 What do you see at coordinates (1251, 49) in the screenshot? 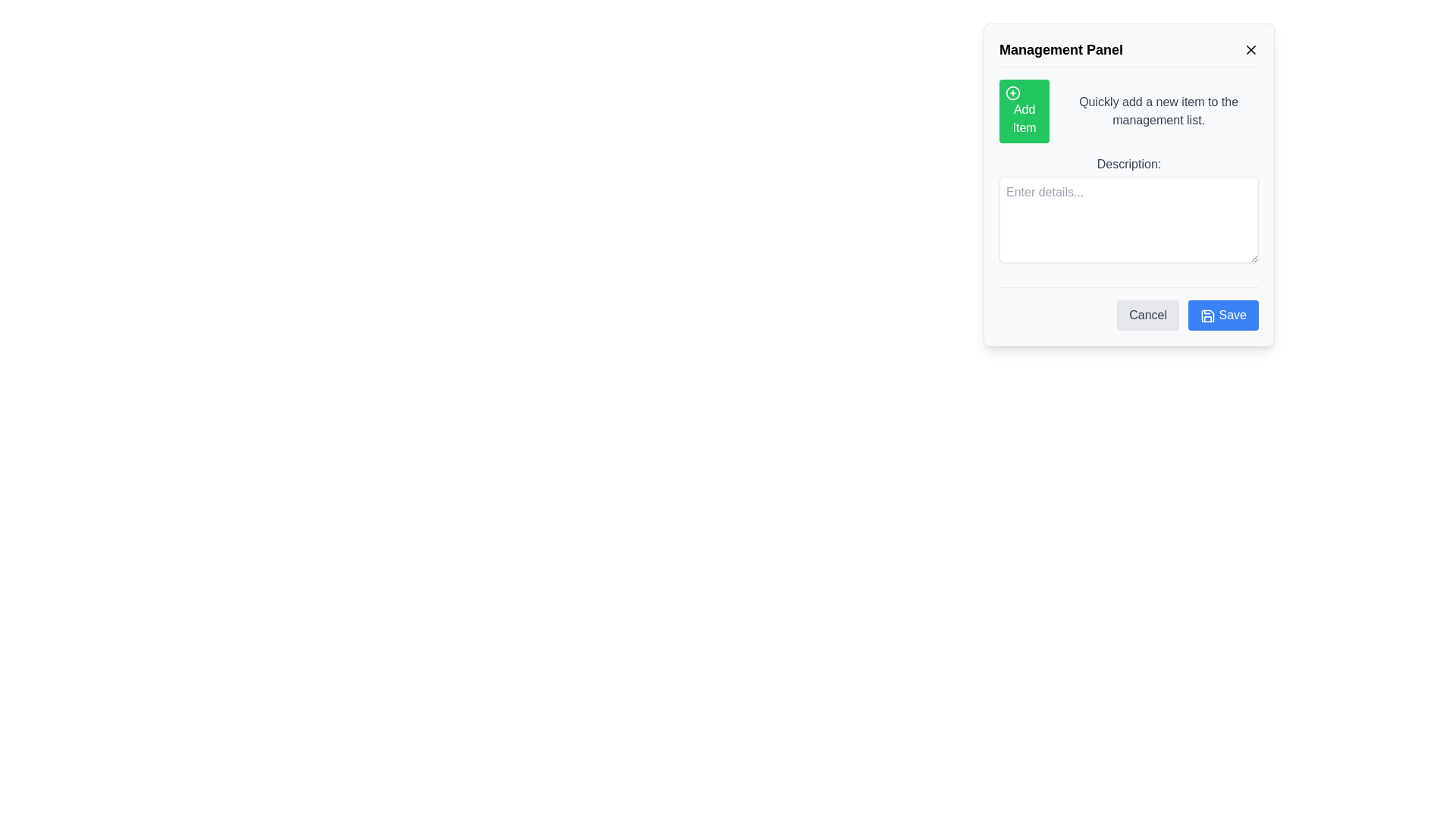
I see `the close icon button located in the top-right corner of the Management Panel header area, which resembles a minimalist 'X' symbol` at bounding box center [1251, 49].